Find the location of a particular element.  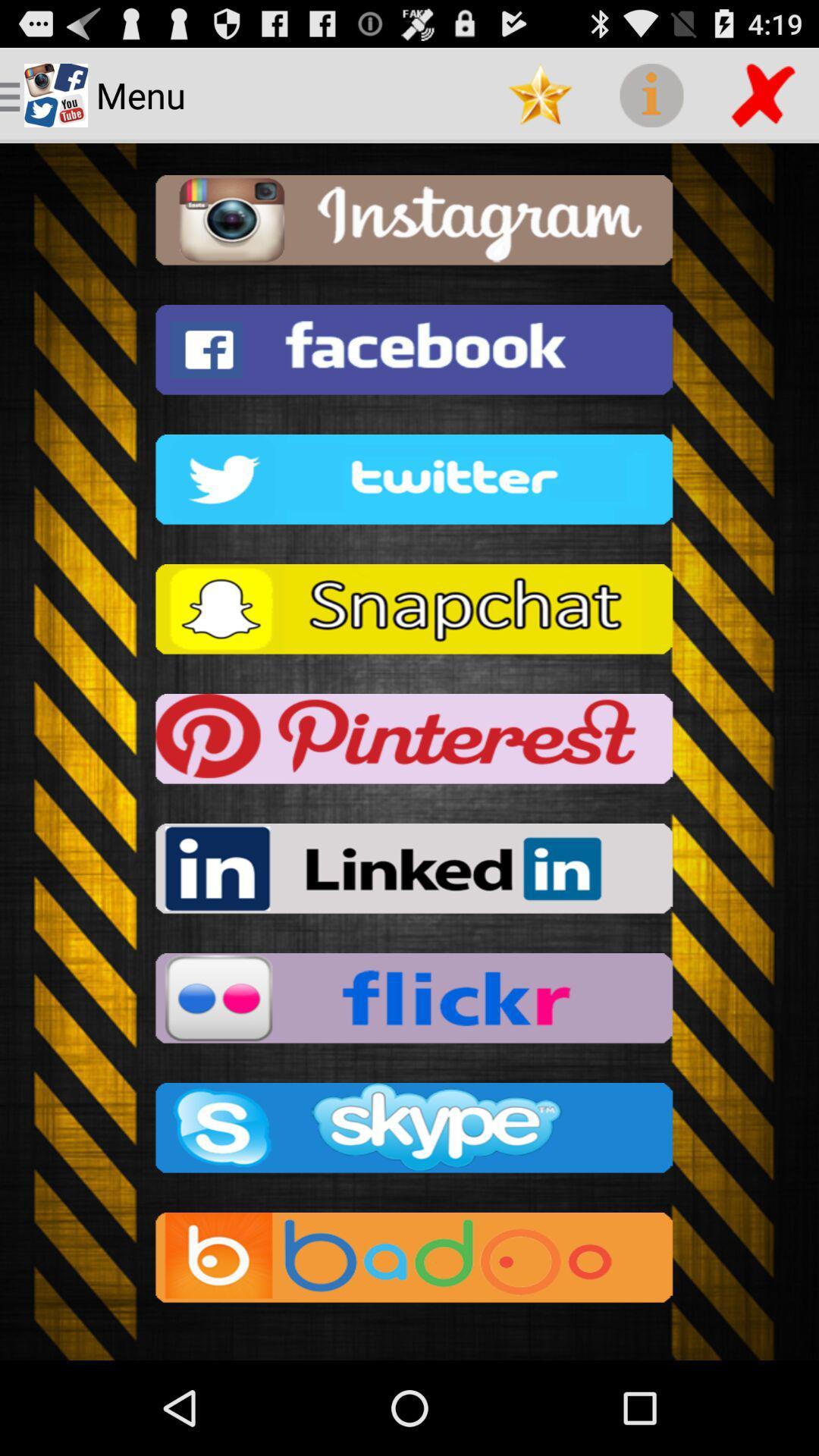

info icon which is next to star icon is located at coordinates (651, 94).